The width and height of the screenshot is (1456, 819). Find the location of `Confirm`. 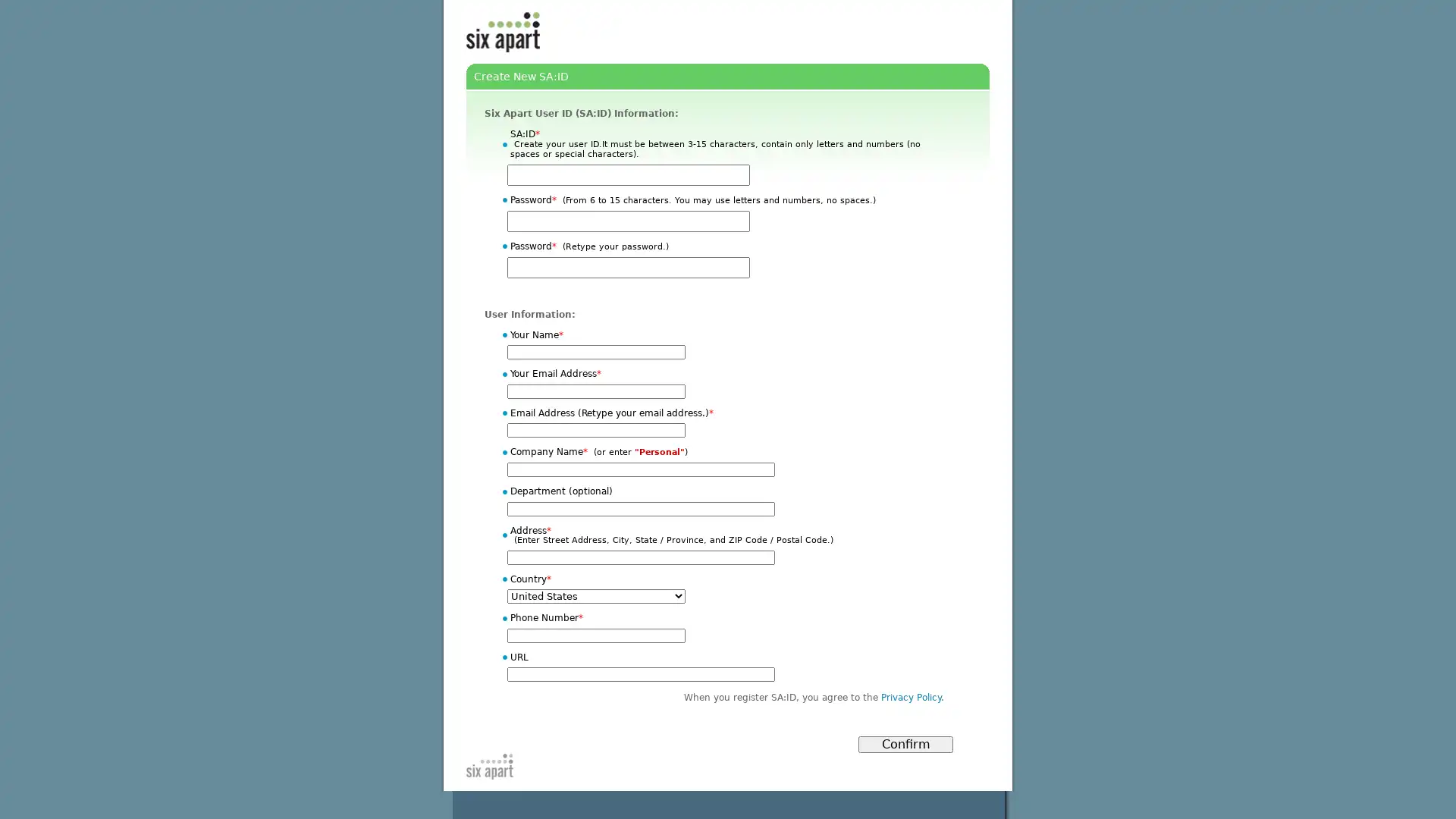

Confirm is located at coordinates (905, 744).